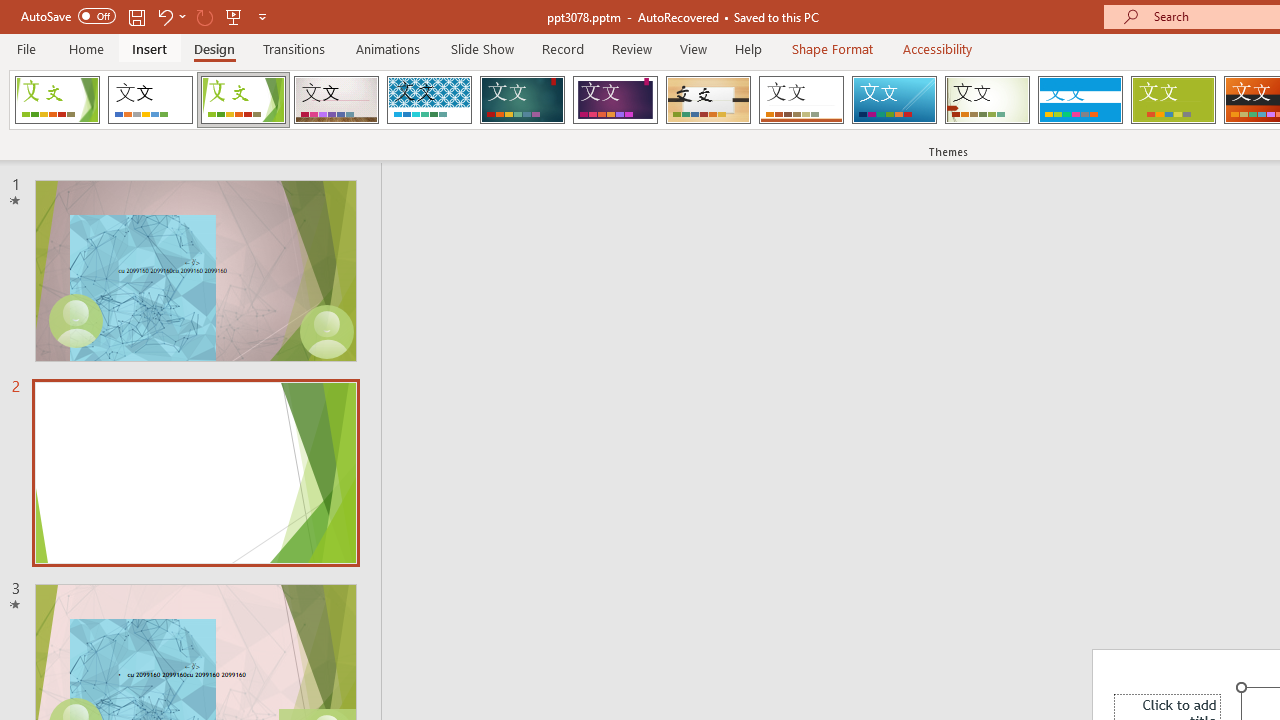 The height and width of the screenshot is (720, 1280). I want to click on 'Ion Boardroom', so click(614, 100).